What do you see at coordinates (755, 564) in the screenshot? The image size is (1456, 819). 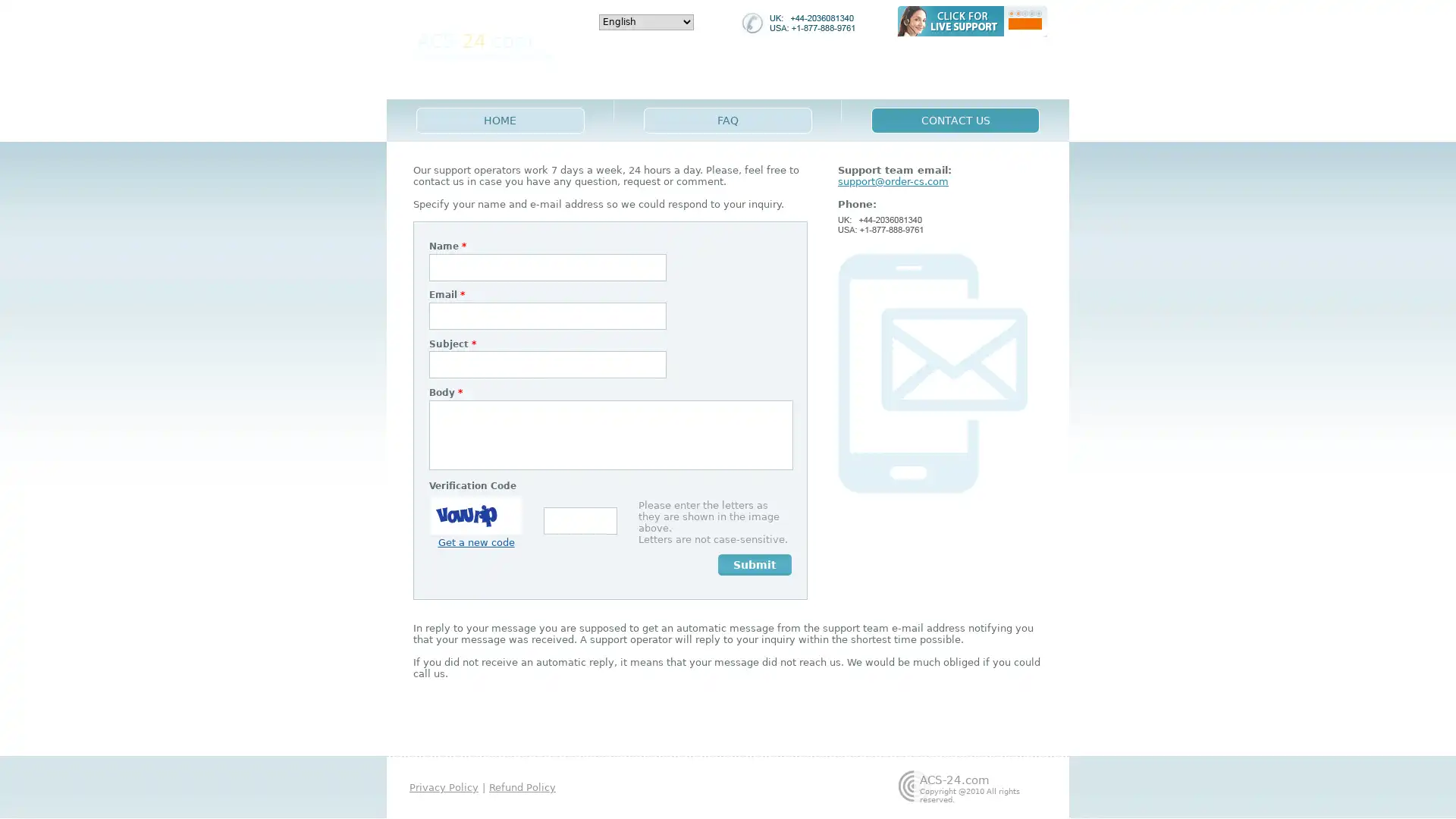 I see `Submit` at bounding box center [755, 564].